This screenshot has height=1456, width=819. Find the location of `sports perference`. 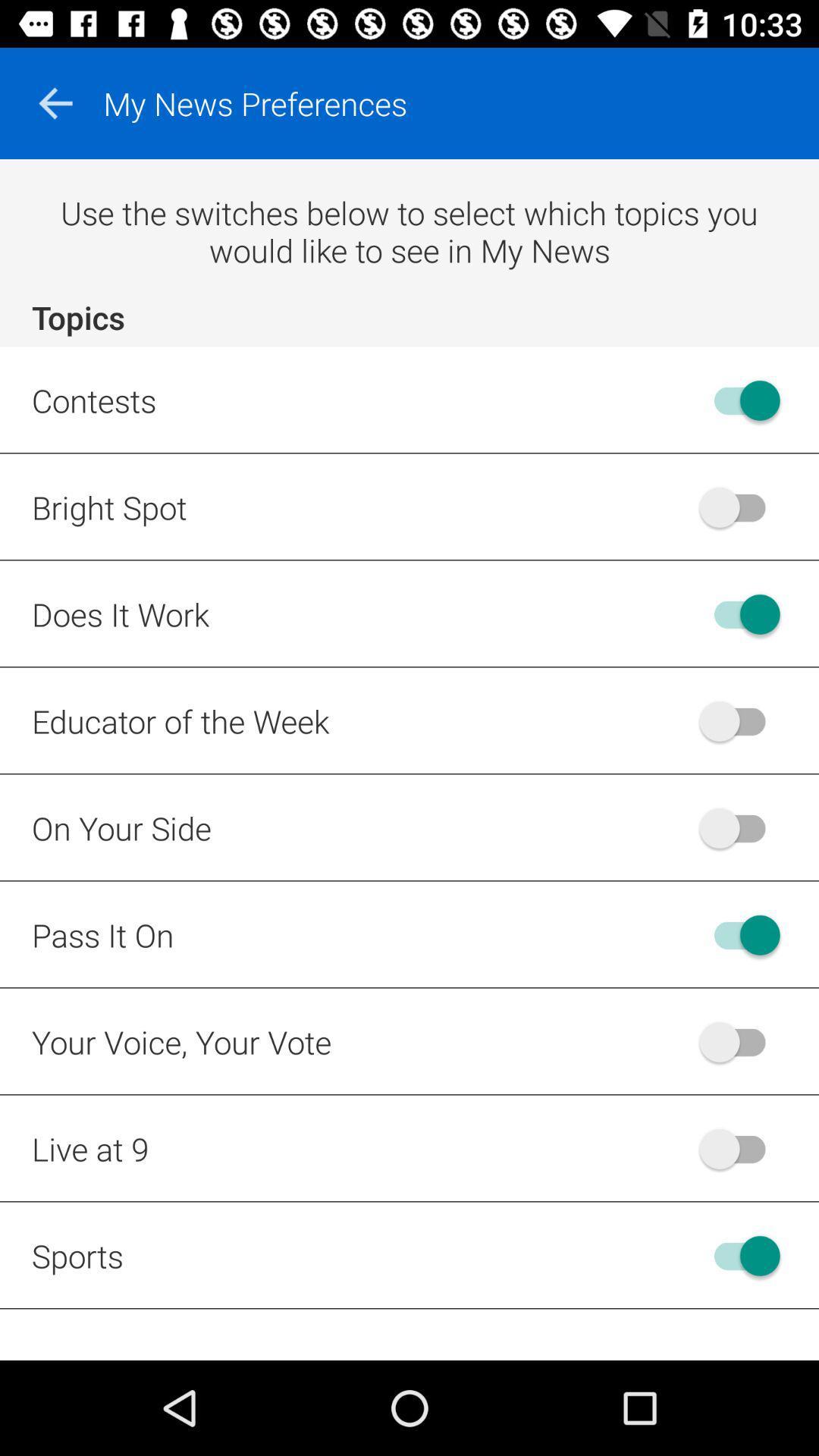

sports perference is located at coordinates (739, 1256).